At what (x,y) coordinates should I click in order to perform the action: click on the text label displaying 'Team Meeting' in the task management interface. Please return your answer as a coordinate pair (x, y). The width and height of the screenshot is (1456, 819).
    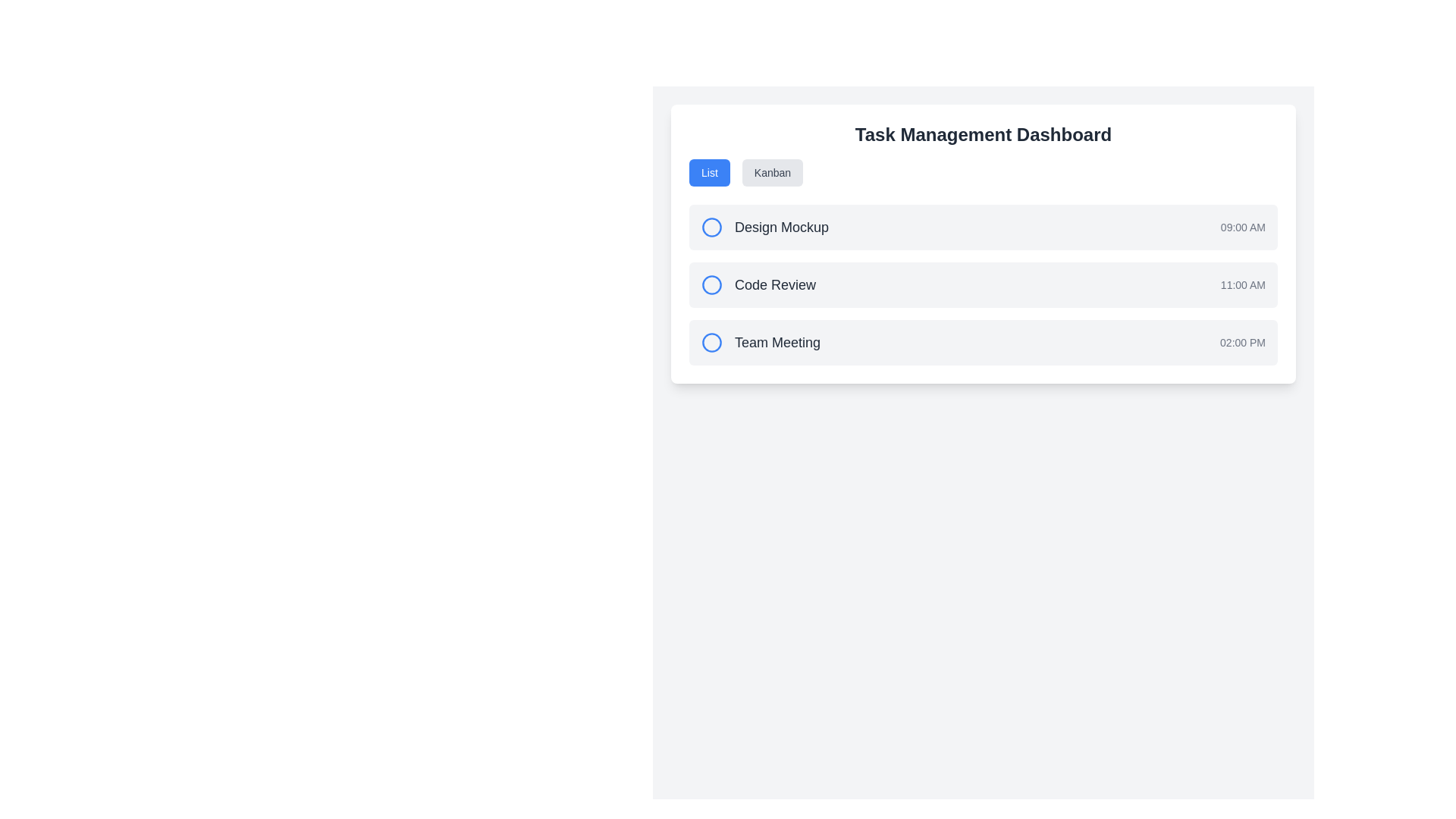
    Looking at the image, I should click on (777, 342).